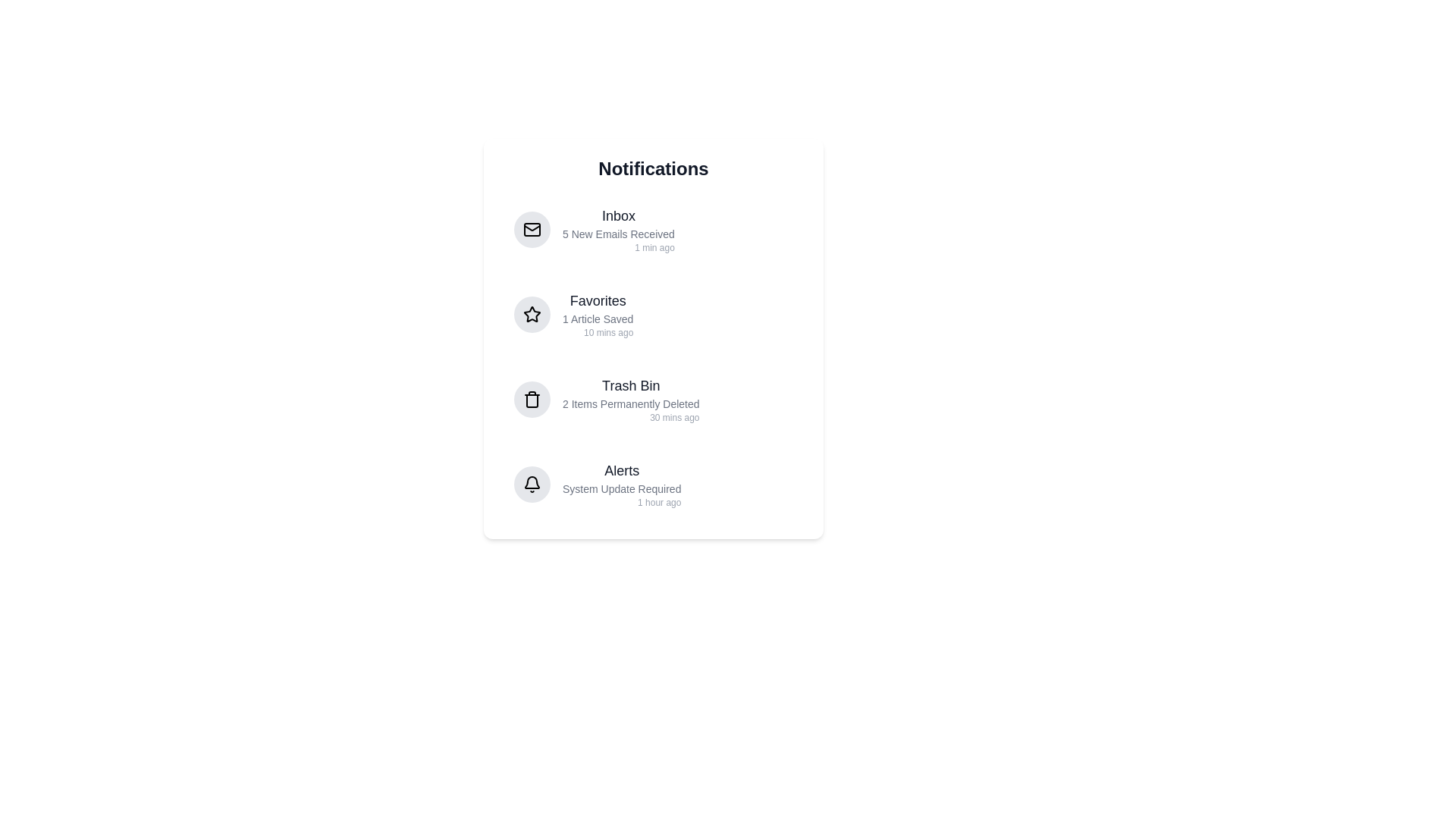 The image size is (1456, 819). What do you see at coordinates (654, 485) in the screenshot?
I see `the notification Alerts to see its hover effect` at bounding box center [654, 485].